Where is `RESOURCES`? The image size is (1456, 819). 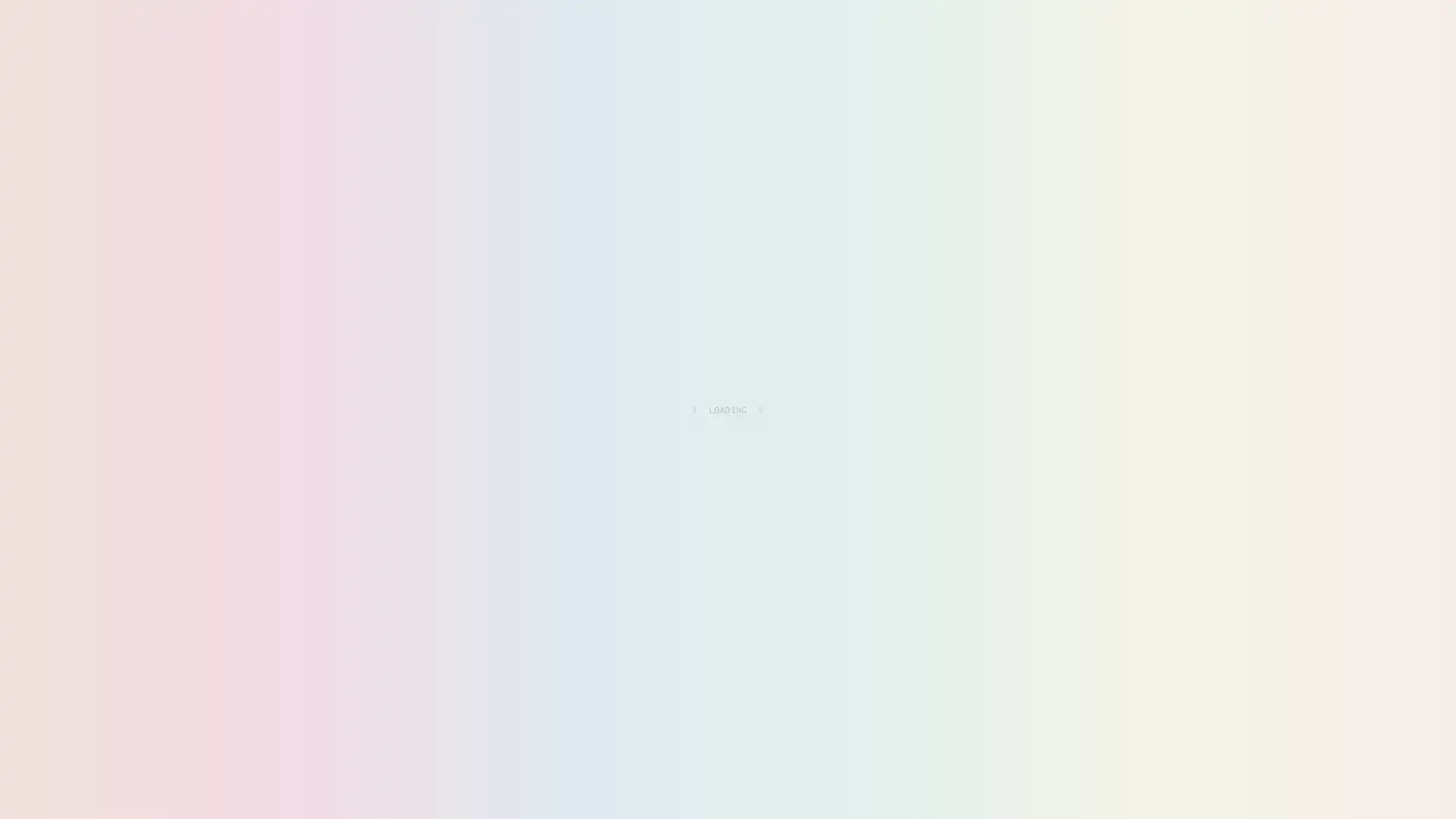
RESOURCES is located at coordinates (179, 161).